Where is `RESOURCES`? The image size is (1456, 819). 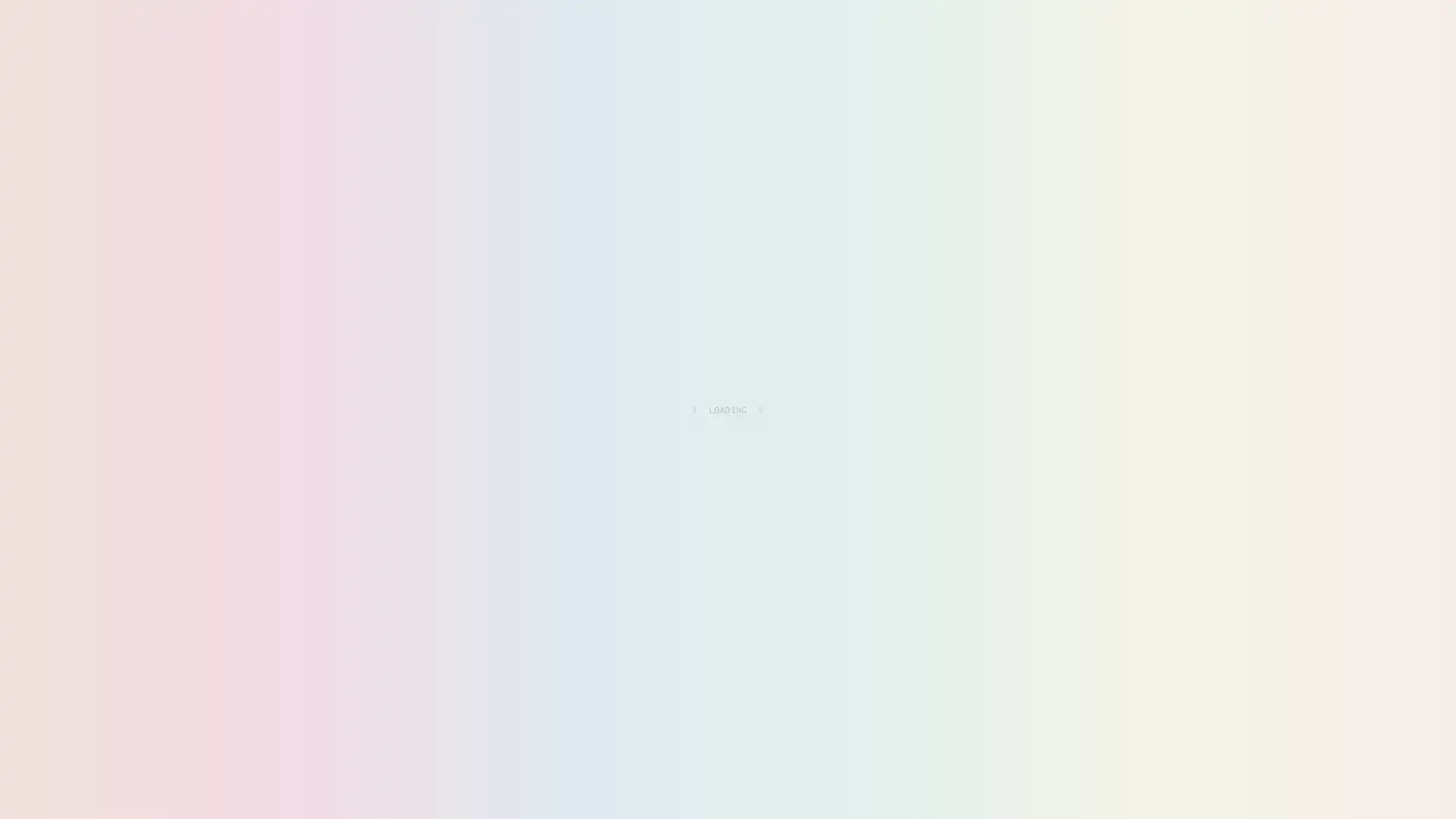
RESOURCES is located at coordinates (179, 161).